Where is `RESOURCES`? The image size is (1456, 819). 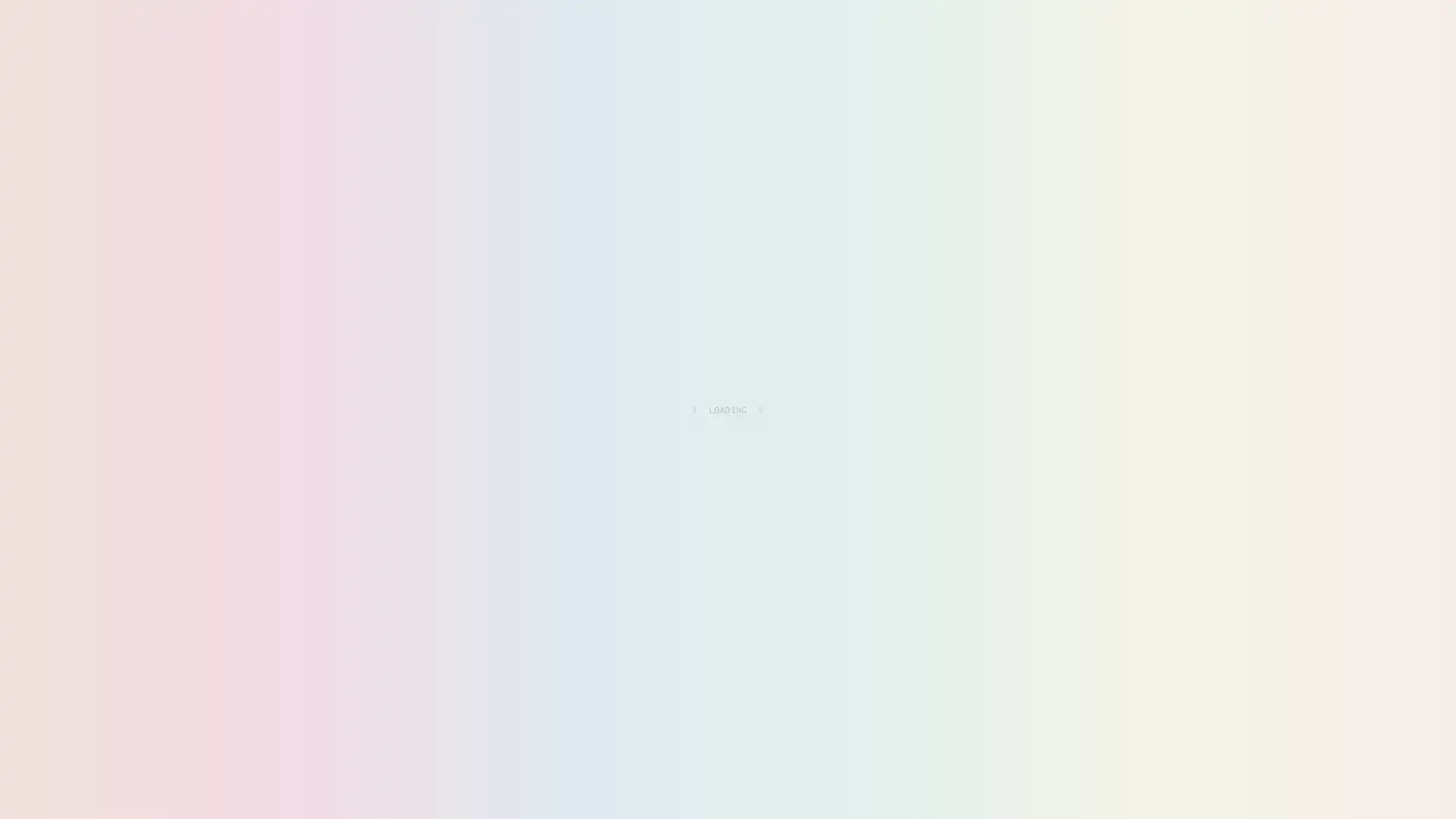
RESOURCES is located at coordinates (179, 161).